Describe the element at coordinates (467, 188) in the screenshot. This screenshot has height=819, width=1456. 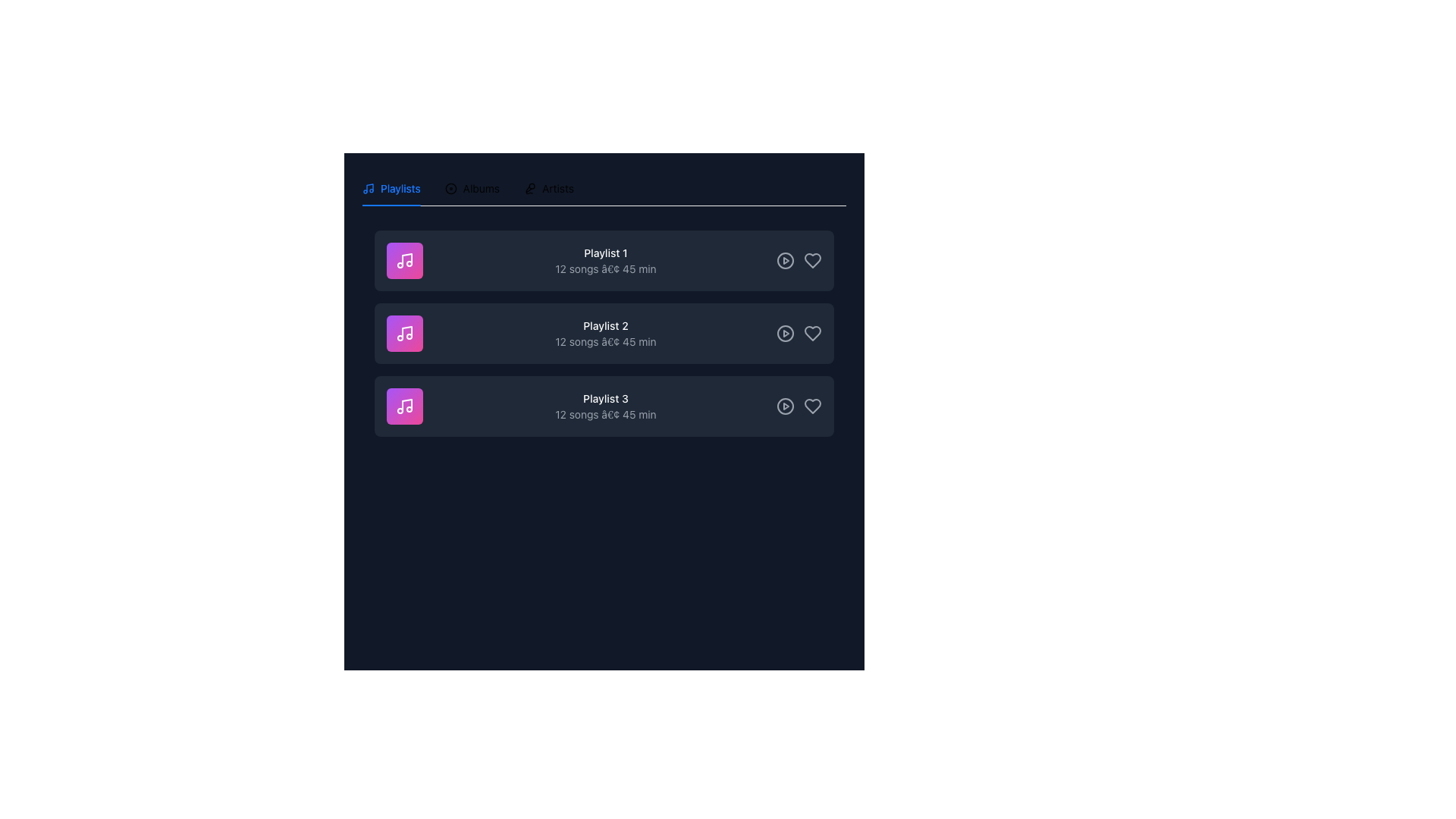
I see `the Tabs Navigation Bar` at that location.